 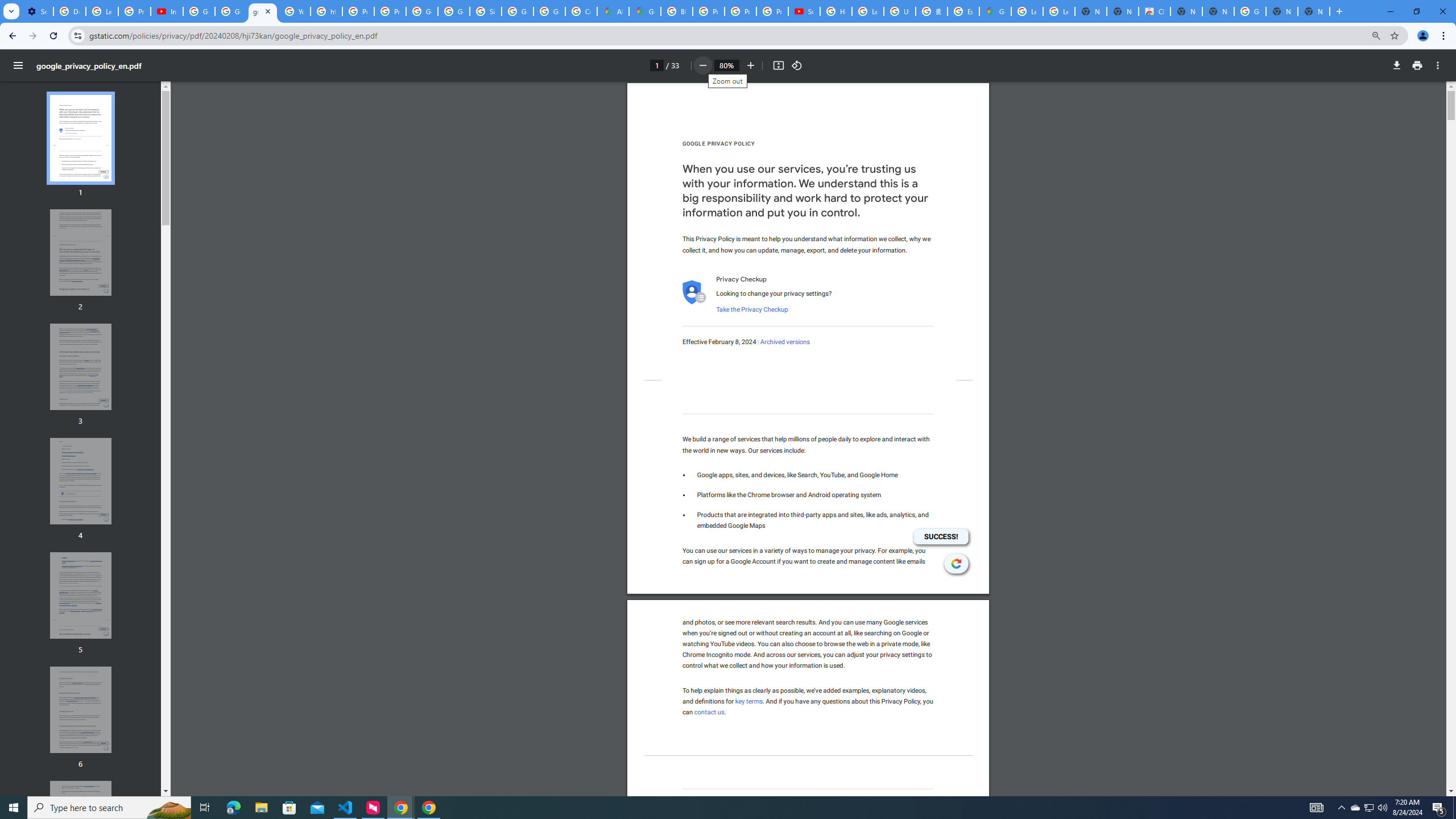 What do you see at coordinates (18, 65) in the screenshot?
I see `'Menu'` at bounding box center [18, 65].